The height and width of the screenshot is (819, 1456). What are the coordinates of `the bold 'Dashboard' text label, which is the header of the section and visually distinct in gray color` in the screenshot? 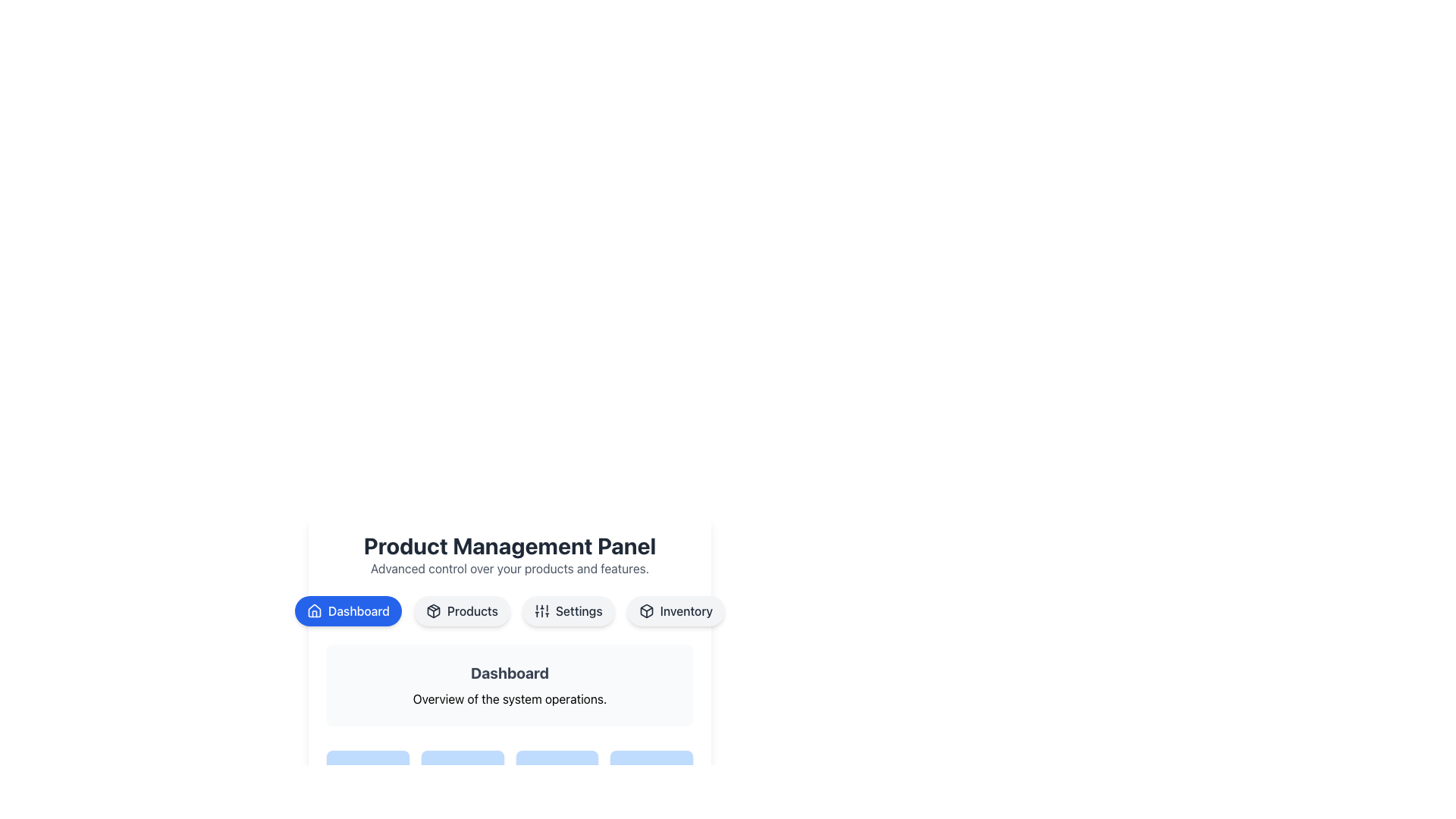 It's located at (510, 672).